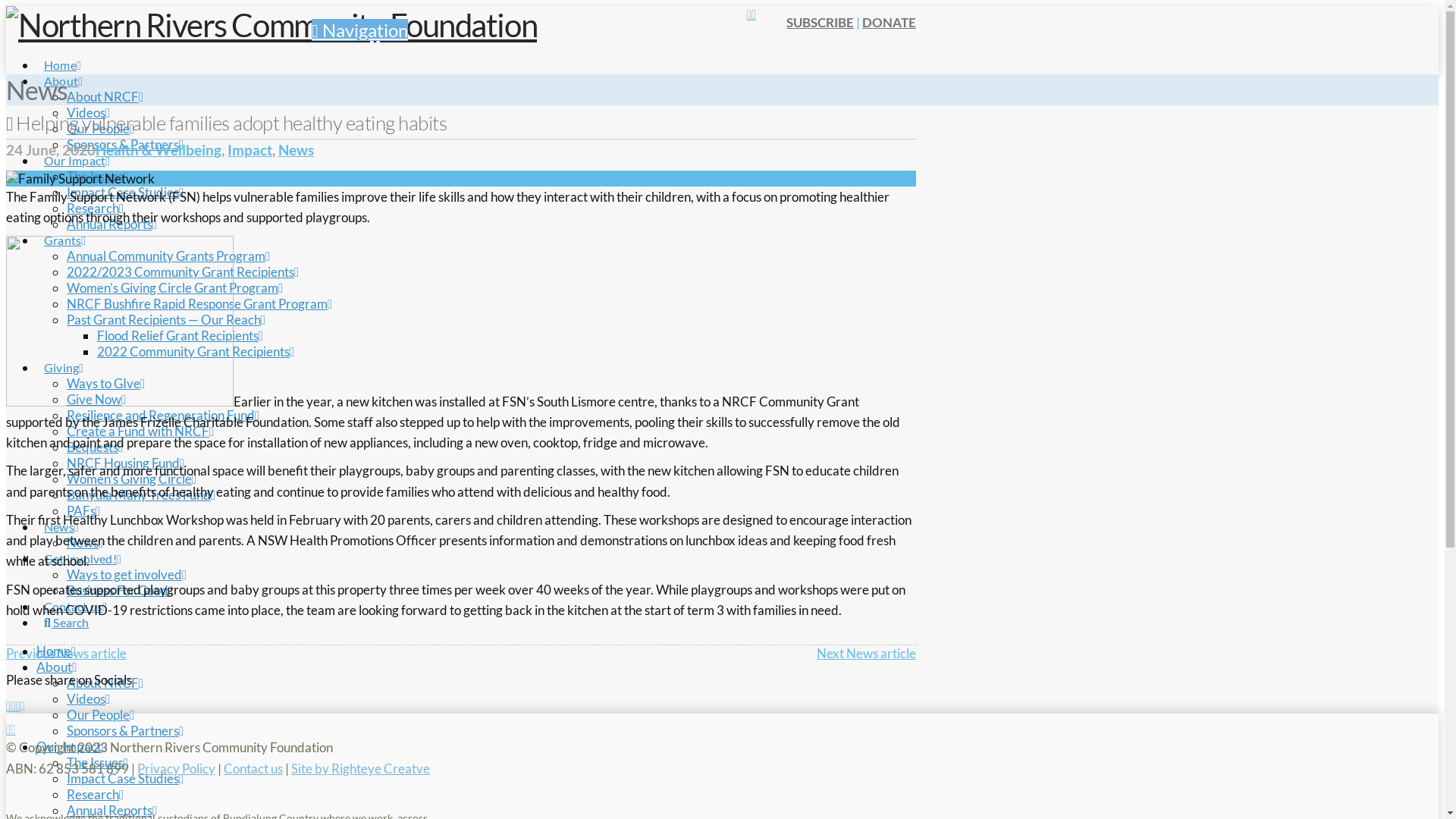 This screenshot has height=819, width=1456. Describe the element at coordinates (71, 745) in the screenshot. I see `'Our Impact'` at that location.